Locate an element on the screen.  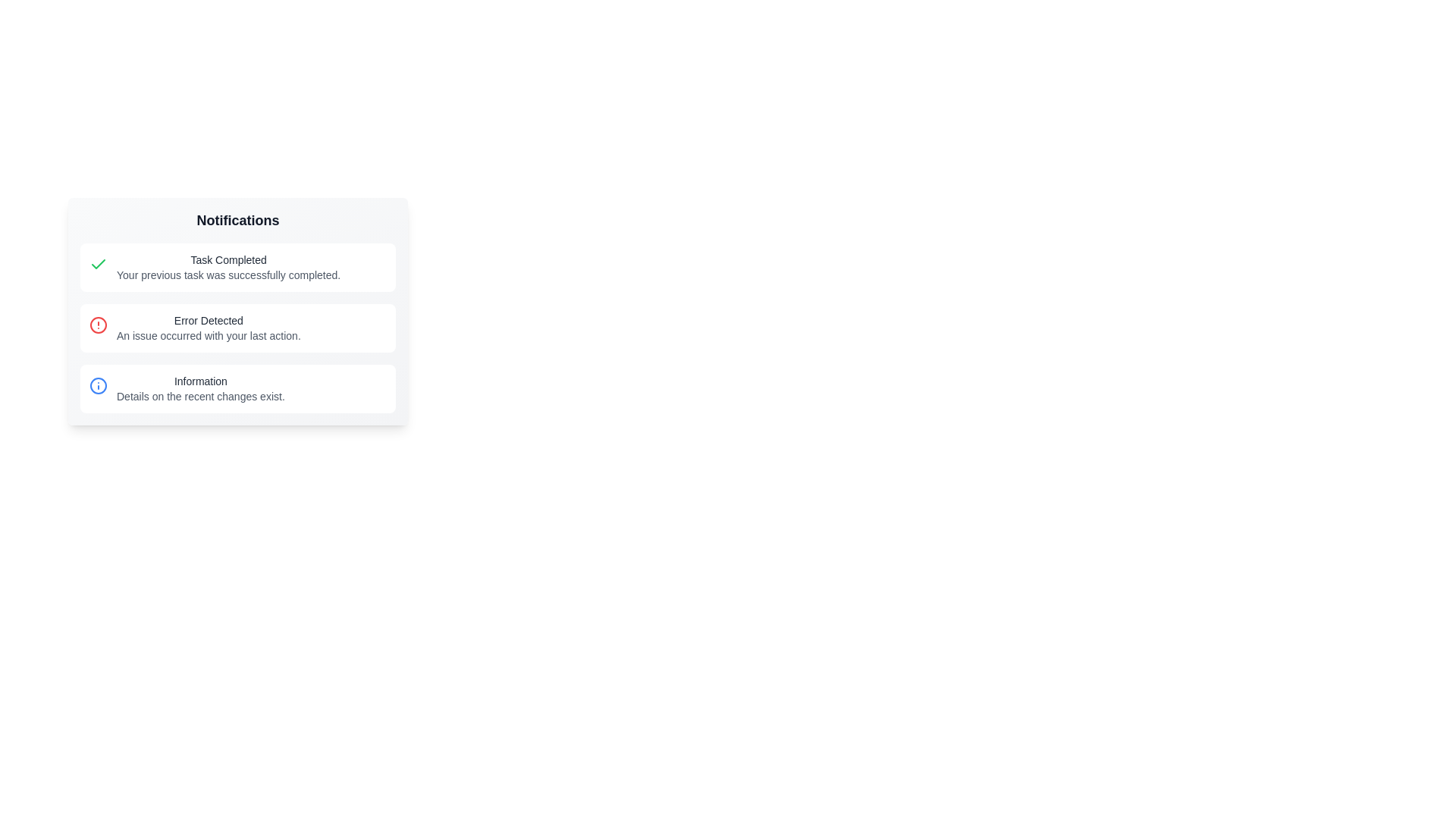
the Notification Message displaying 'Error Detected' is located at coordinates (208, 327).